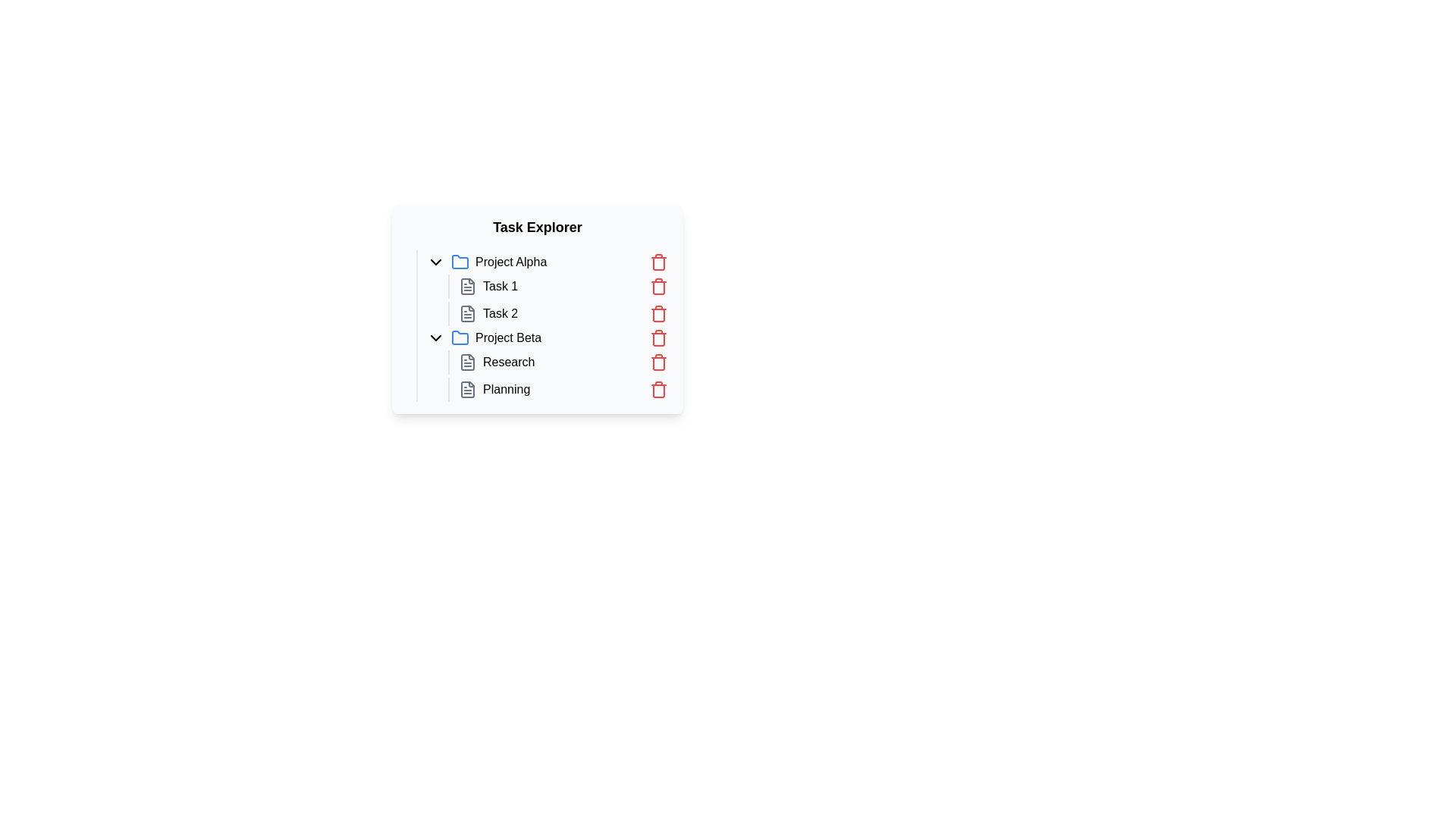  Describe the element at coordinates (459, 337) in the screenshot. I see `the blue folder icon representing 'Project Beta' in the Task Explorer section` at that location.